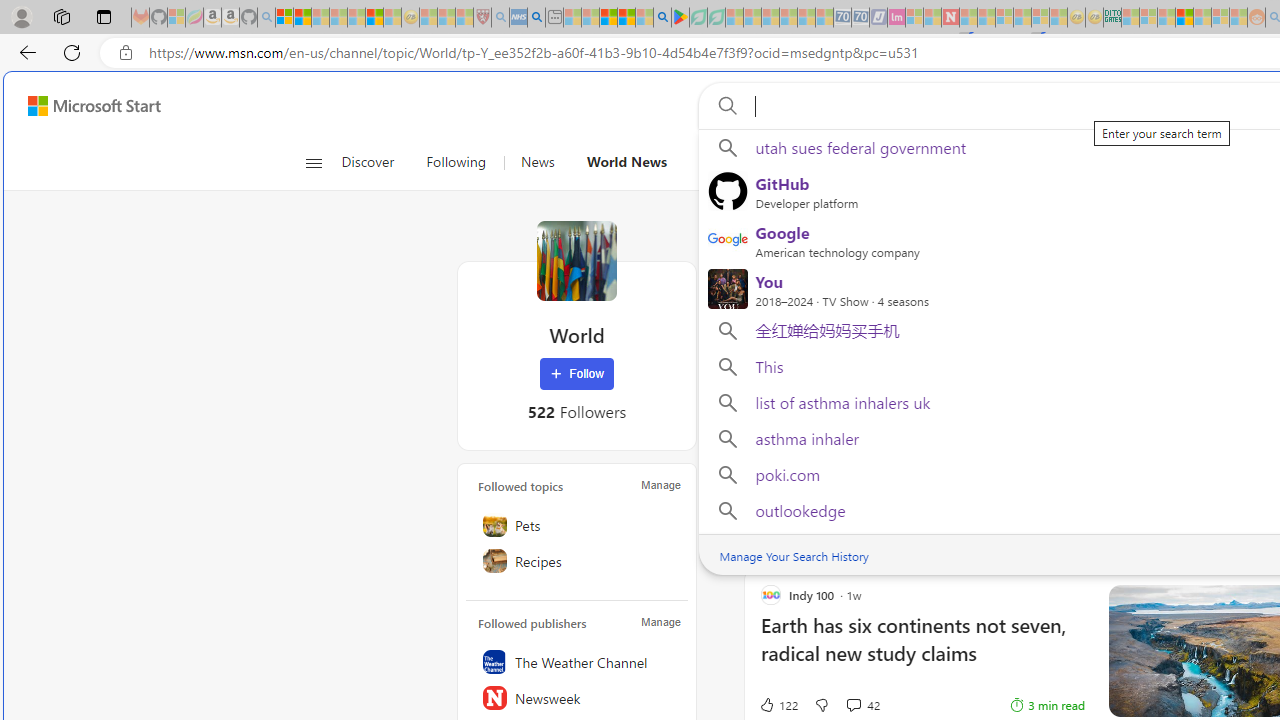  Describe the element at coordinates (536, 17) in the screenshot. I see `'utah sues federal government - Search'` at that location.